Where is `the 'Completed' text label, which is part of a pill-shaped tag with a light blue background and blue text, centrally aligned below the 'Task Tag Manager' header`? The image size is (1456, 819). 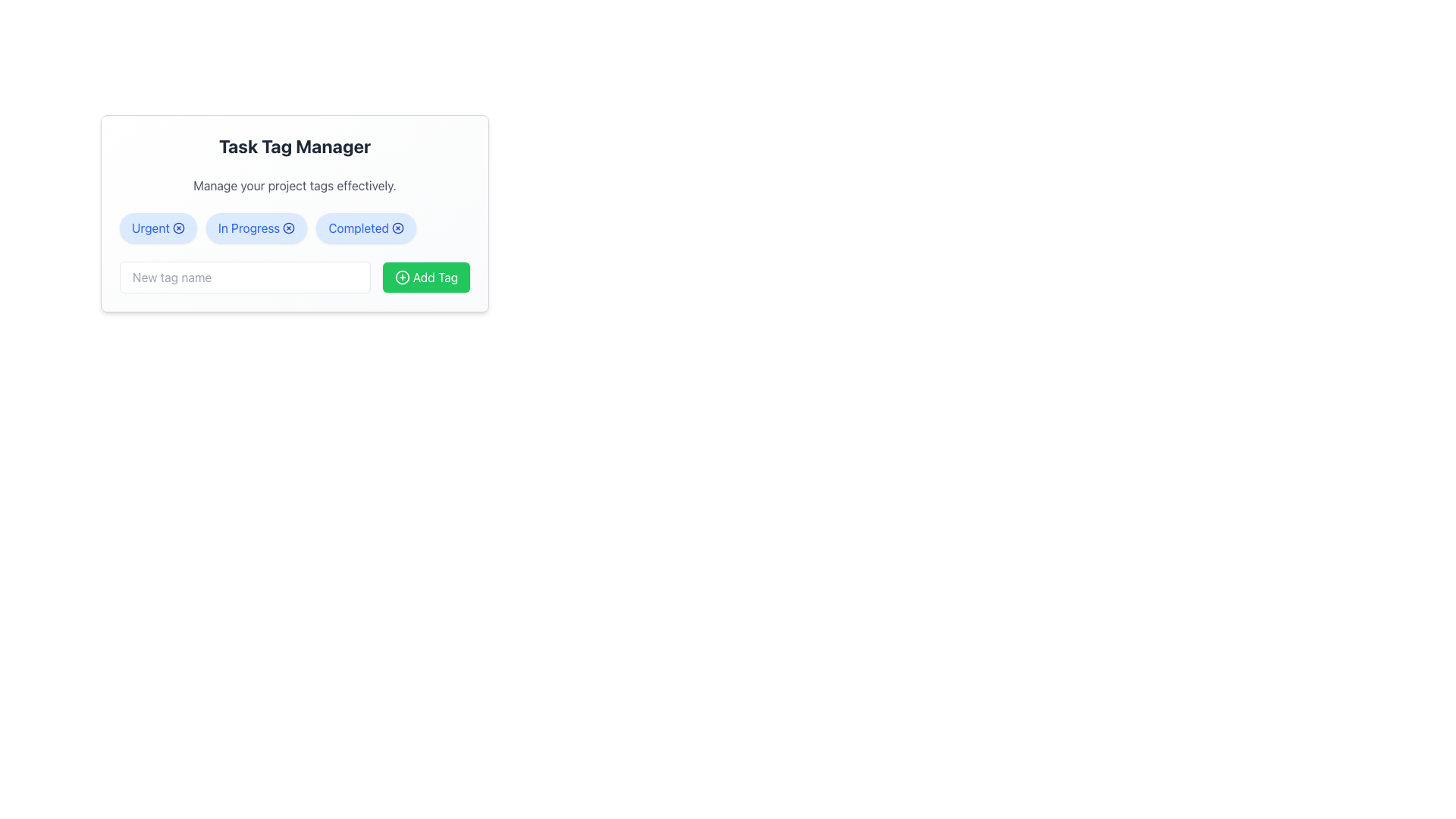
the 'Completed' text label, which is part of a pill-shaped tag with a light blue background and blue text, centrally aligned below the 'Task Tag Manager' header is located at coordinates (358, 227).